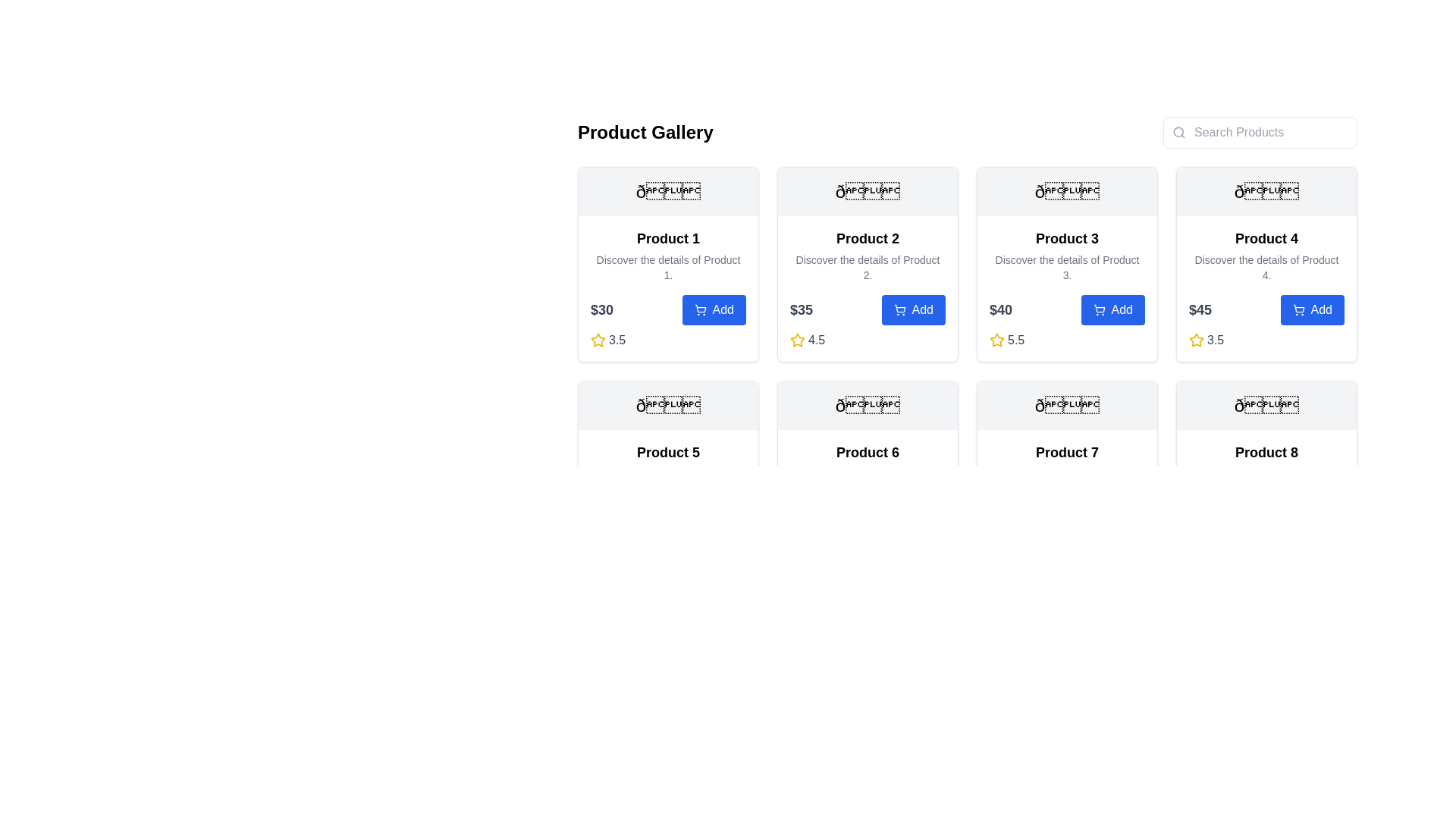 Image resolution: width=1456 pixels, height=819 pixels. Describe the element at coordinates (868, 263) in the screenshot. I see `text for product details from the card located in the first row and second column of the product gallery, positioned between 'Product 1' and 'Product 3'` at that location.